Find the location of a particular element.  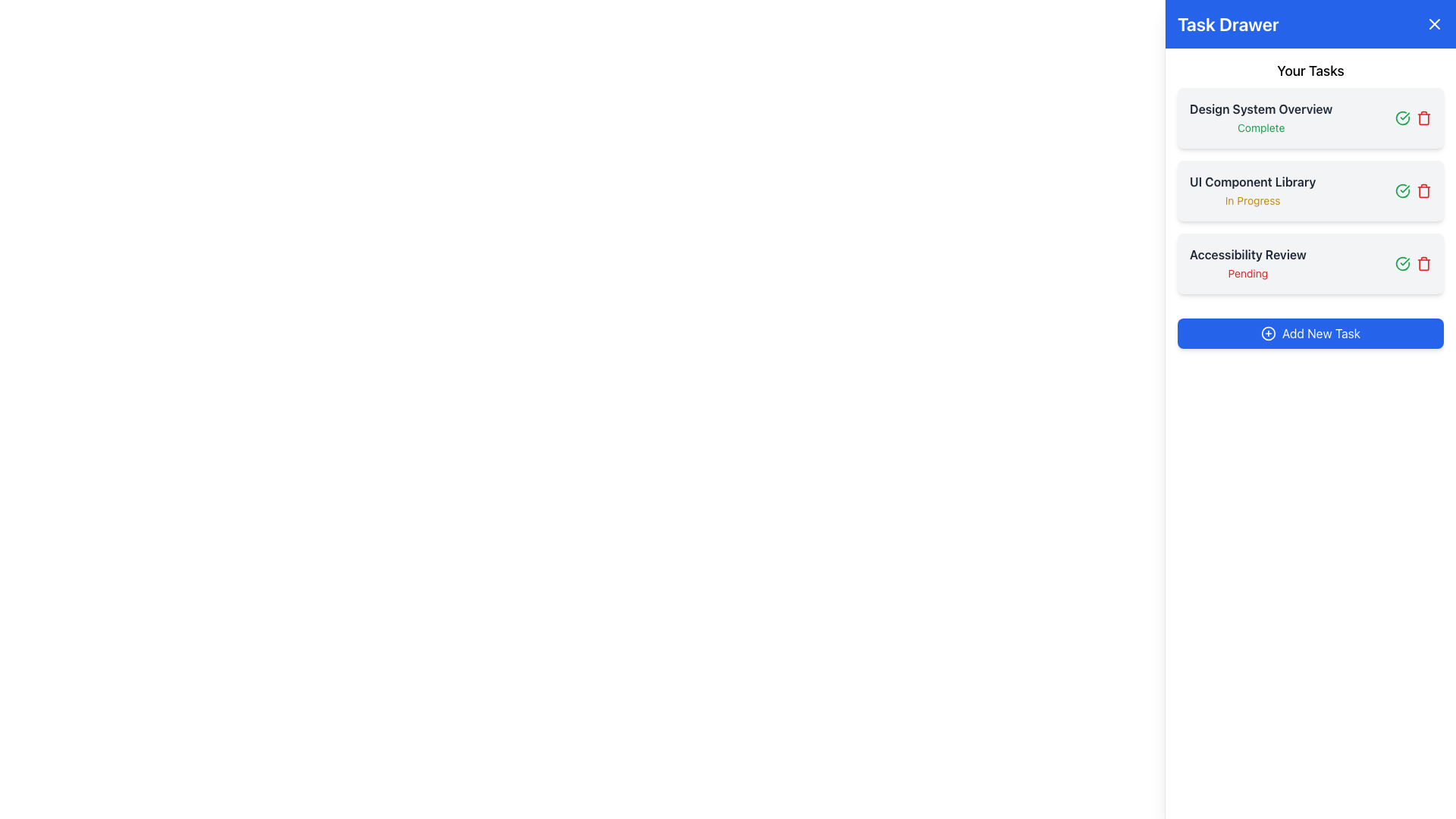

the icon that suggests adding a new task, located left of the 'Add New Task' button in the bottom-right section of the interface is located at coordinates (1268, 332).